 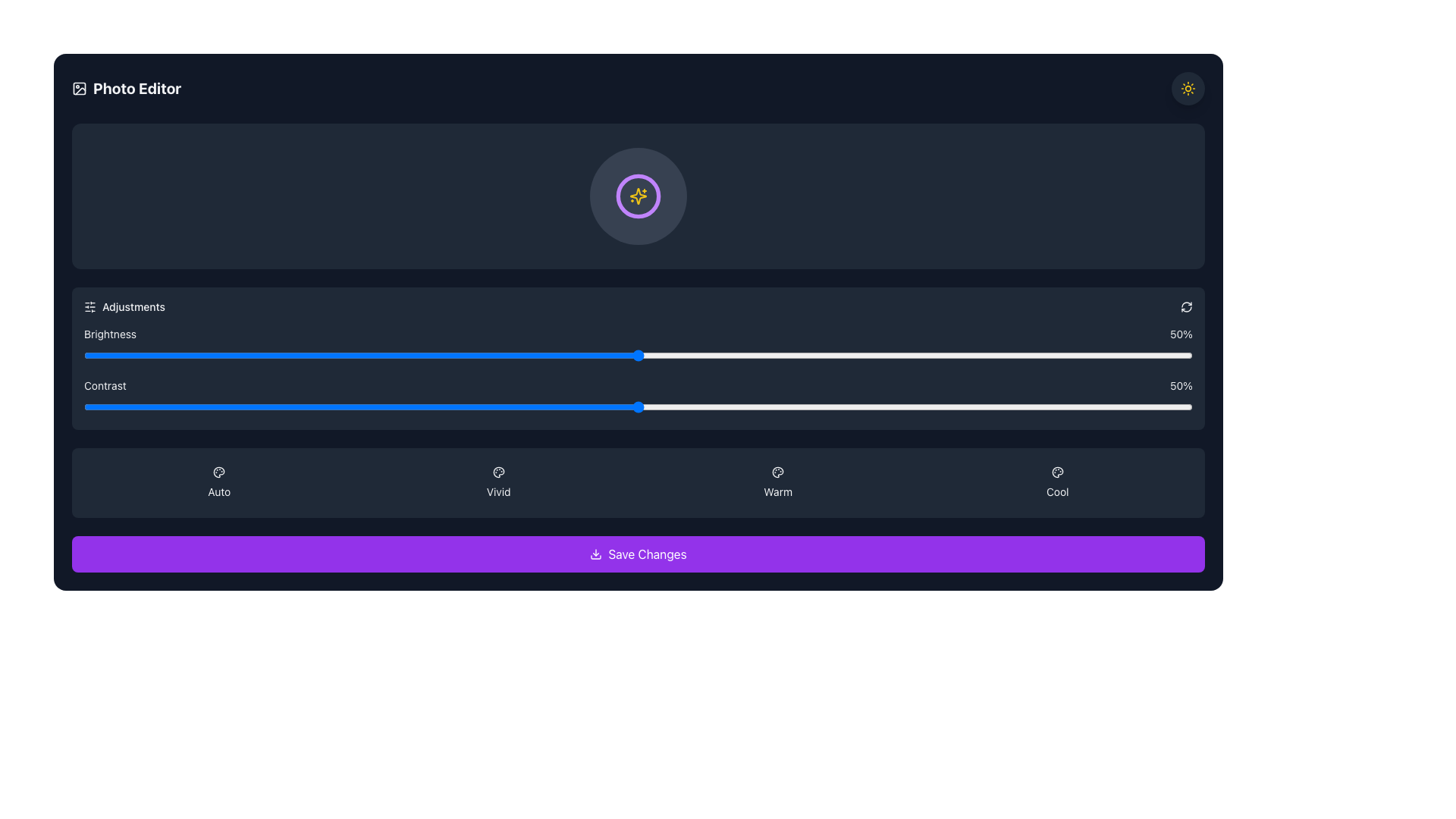 What do you see at coordinates (627, 406) in the screenshot?
I see `the value of the slider` at bounding box center [627, 406].